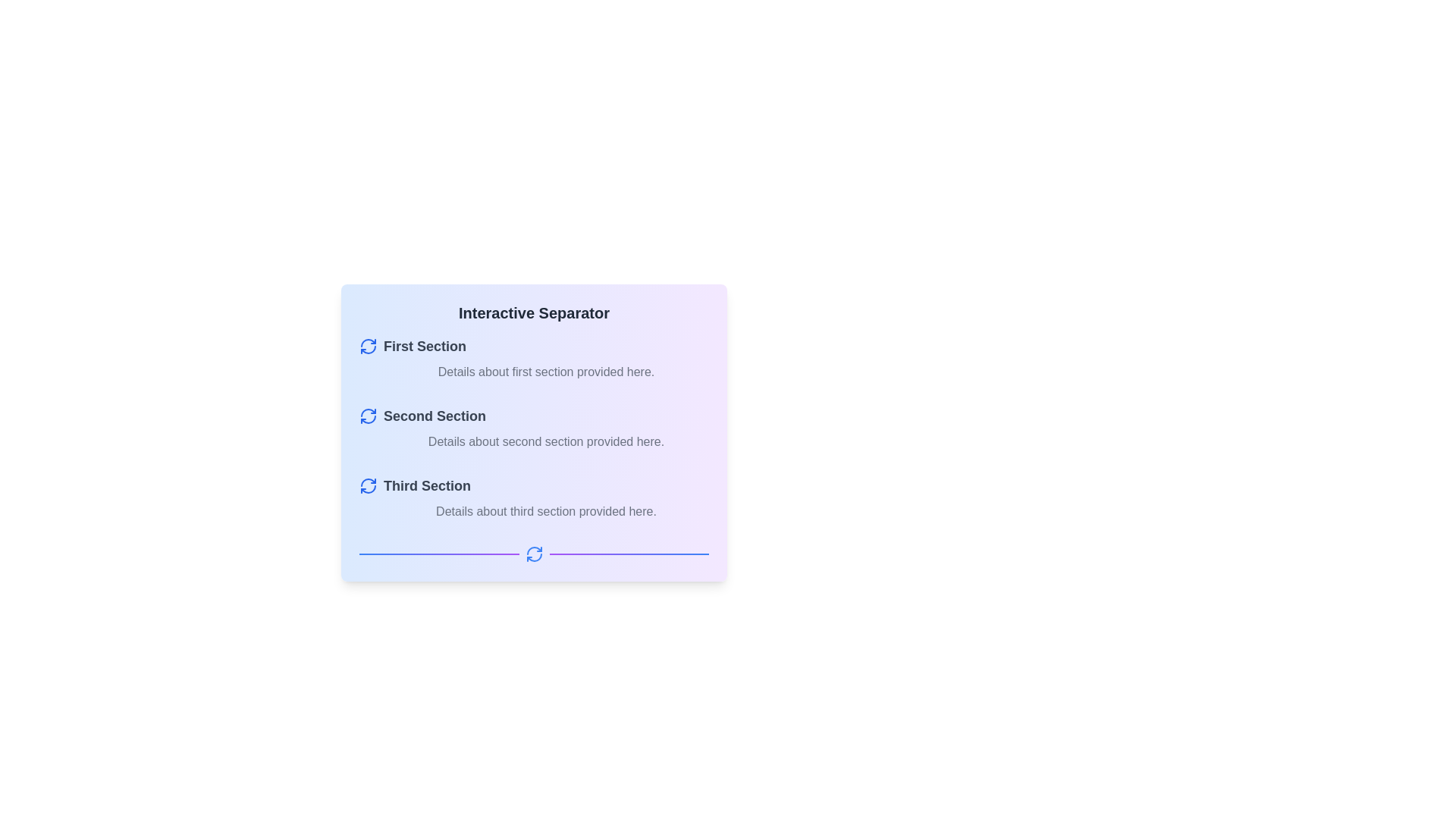  I want to click on the text block containing the gray text 'Details about first section provided here.' positioned underneath the 'First Section' heading, so click(534, 372).